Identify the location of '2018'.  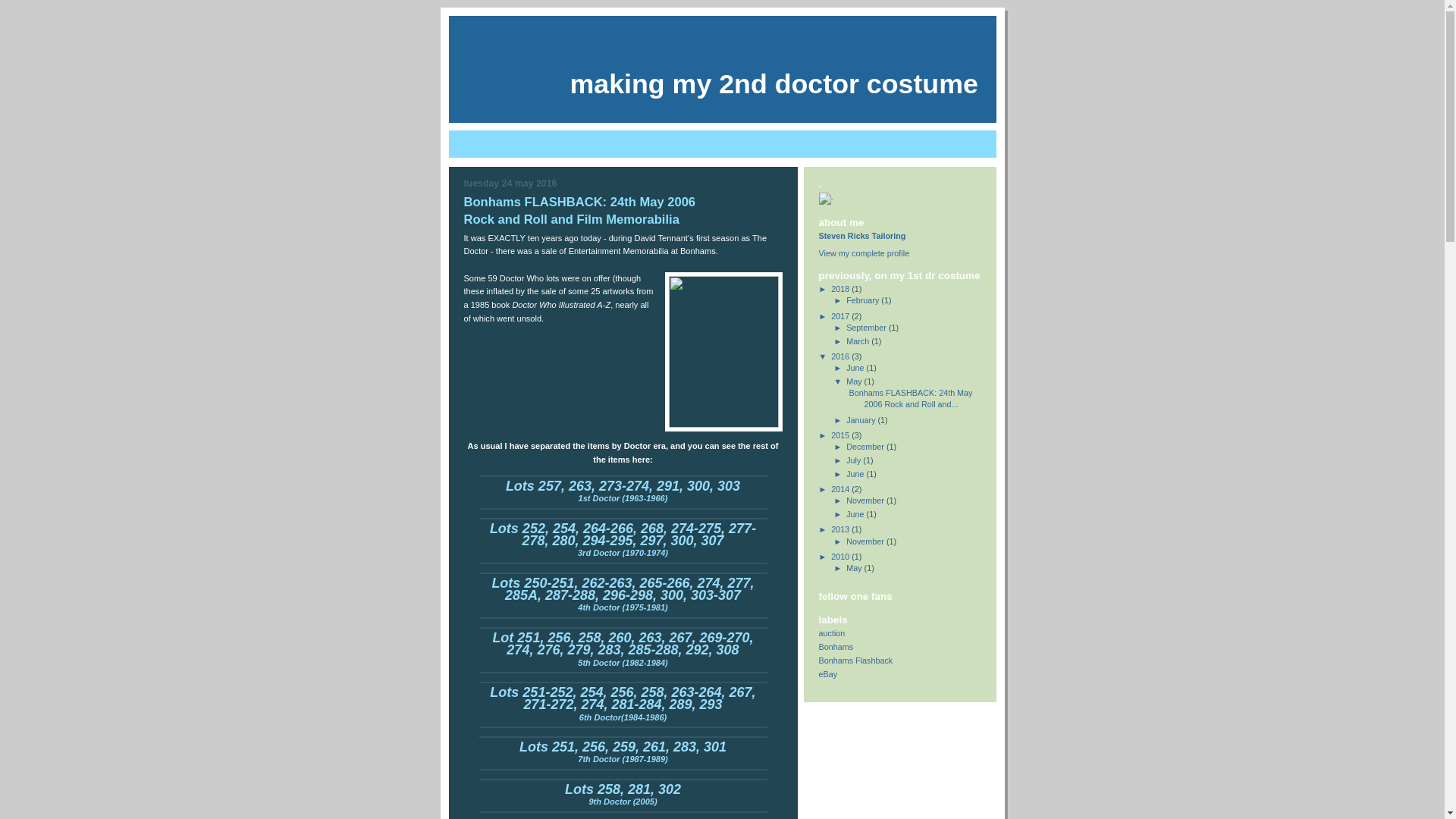
(840, 289).